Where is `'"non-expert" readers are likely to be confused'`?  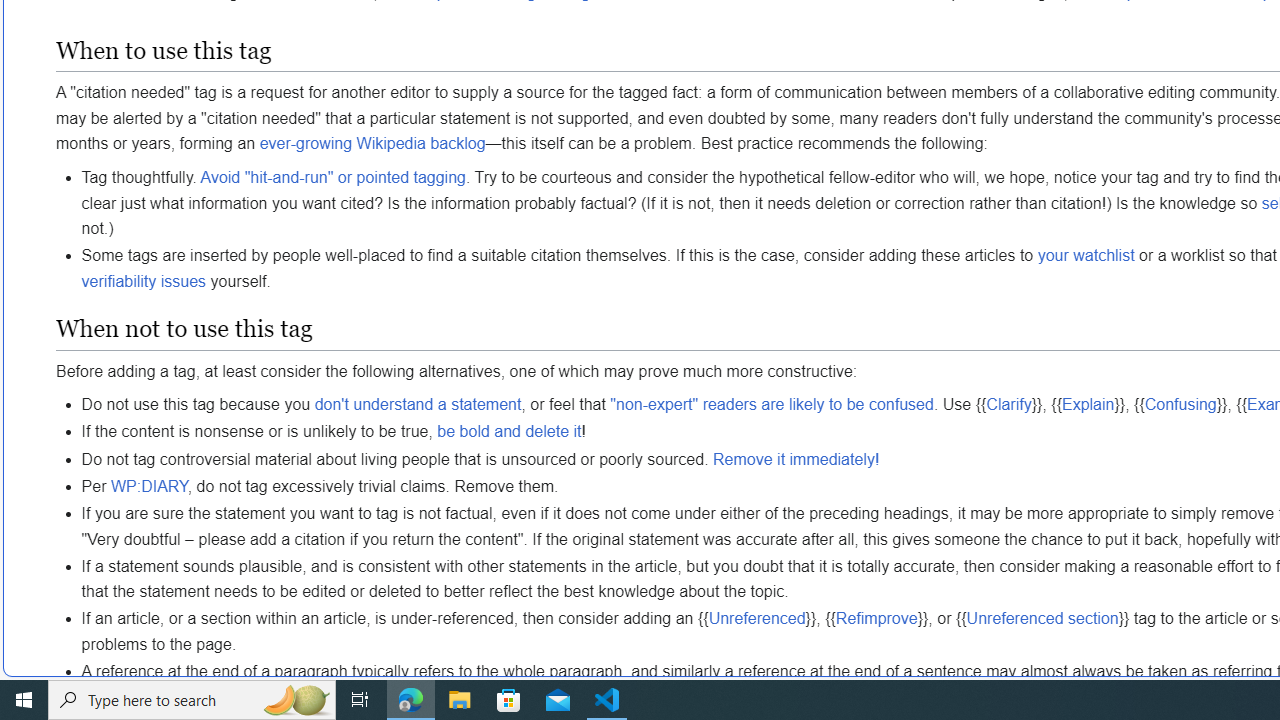
'"non-expert" readers are likely to be confused' is located at coordinates (771, 405).